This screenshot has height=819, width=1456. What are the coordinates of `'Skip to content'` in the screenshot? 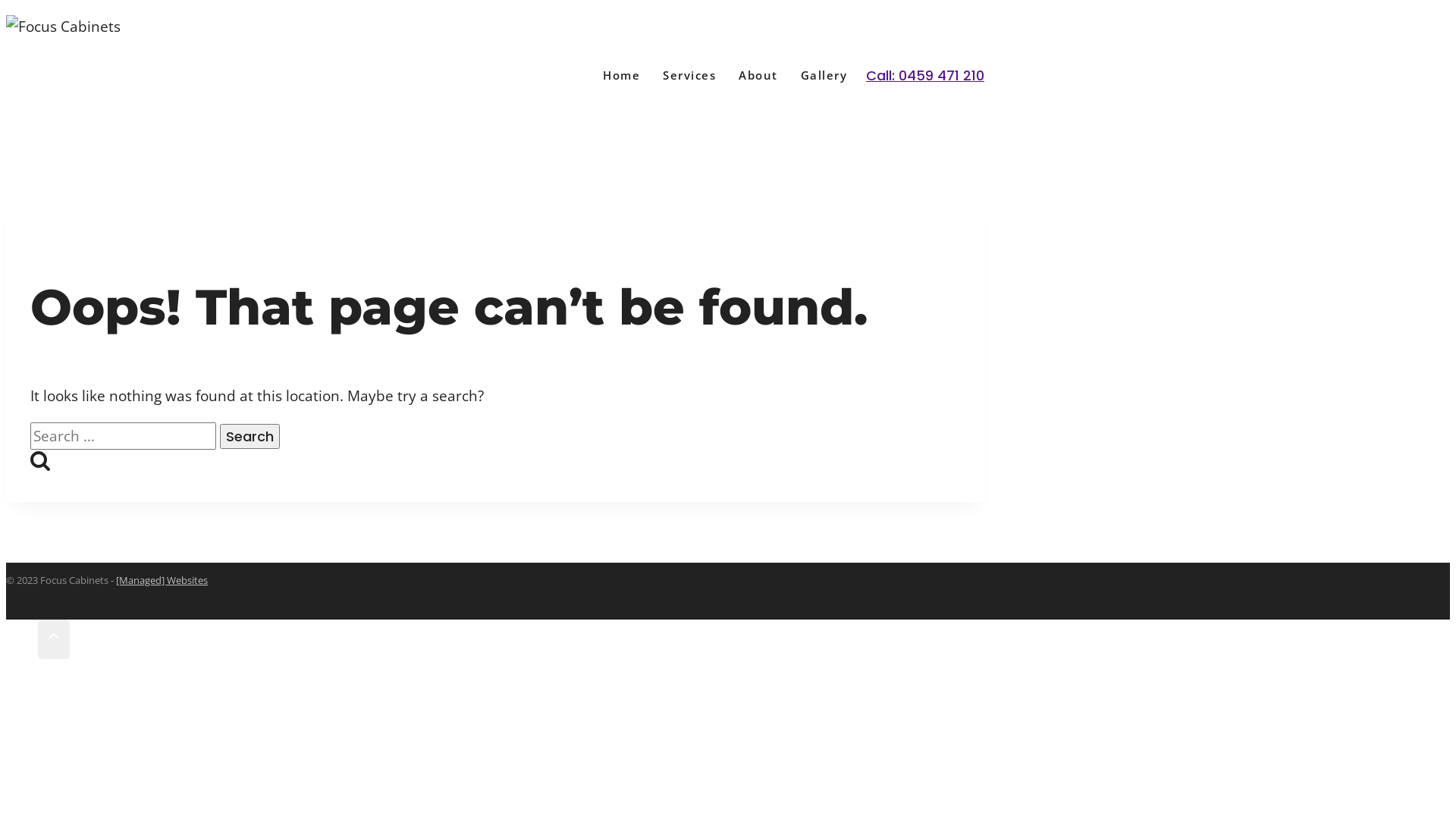 It's located at (5, 5).